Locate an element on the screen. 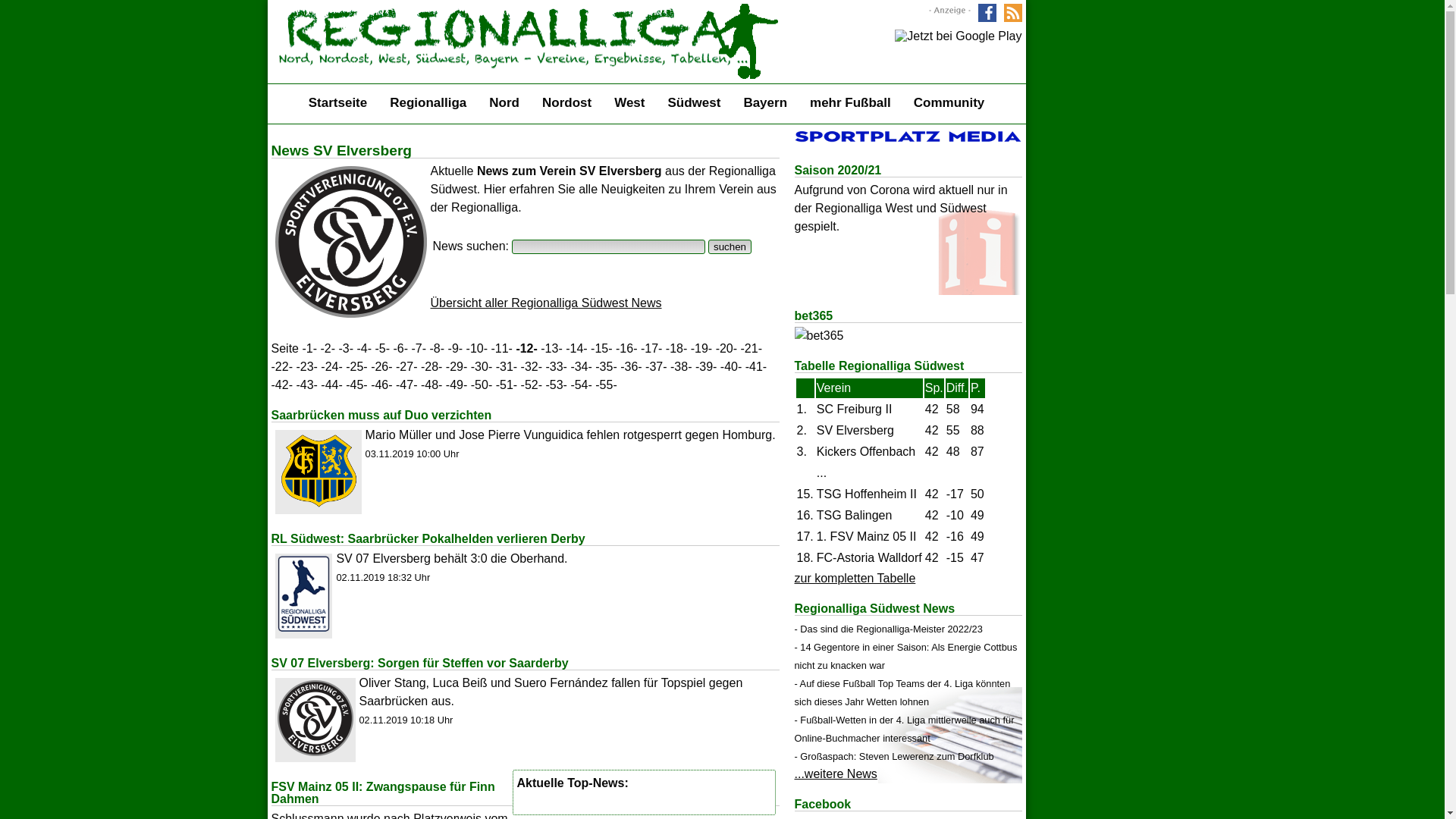 This screenshot has height=819, width=1456. '-44-' is located at coordinates (330, 384).